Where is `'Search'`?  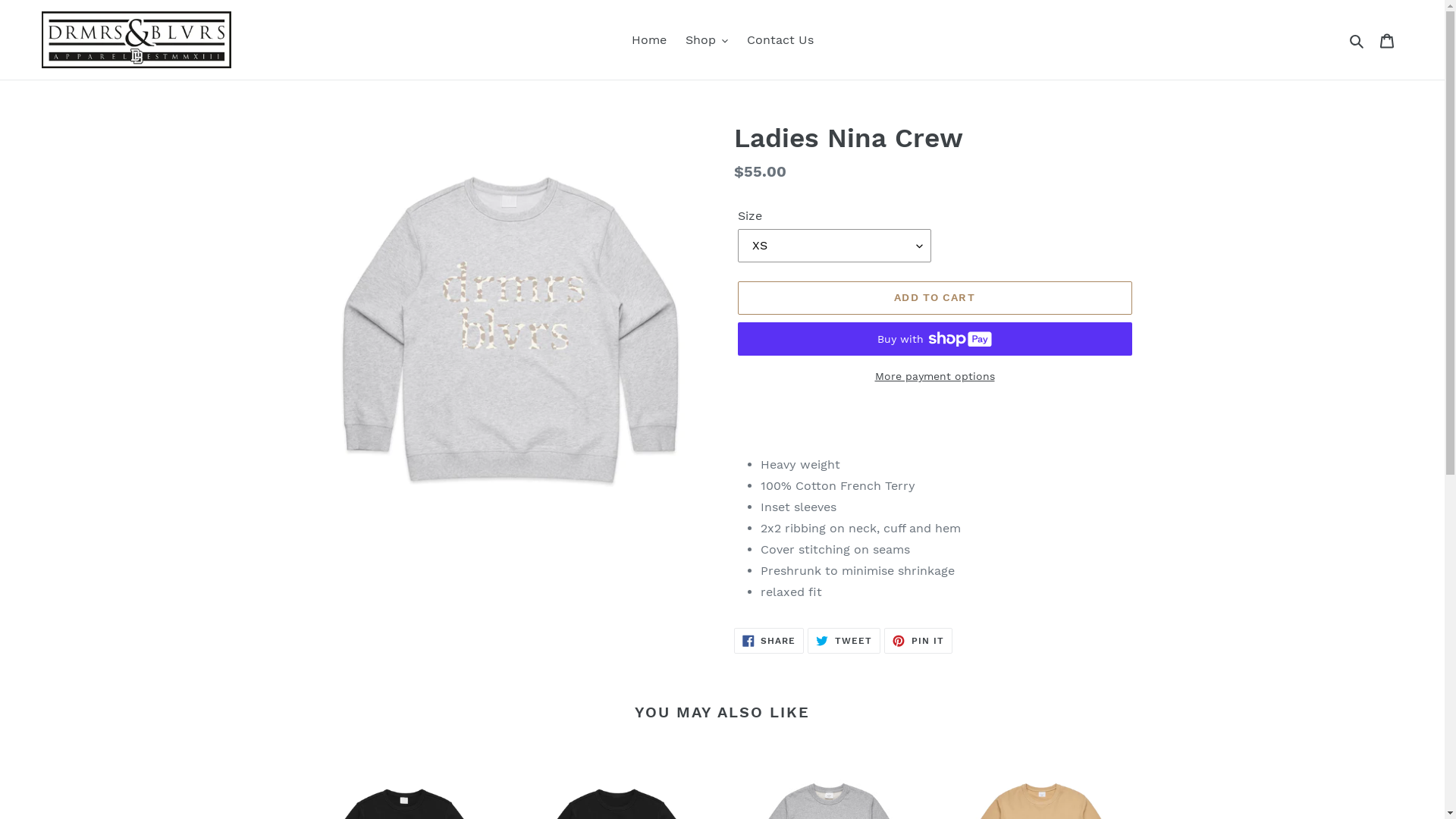
'Search' is located at coordinates (1357, 39).